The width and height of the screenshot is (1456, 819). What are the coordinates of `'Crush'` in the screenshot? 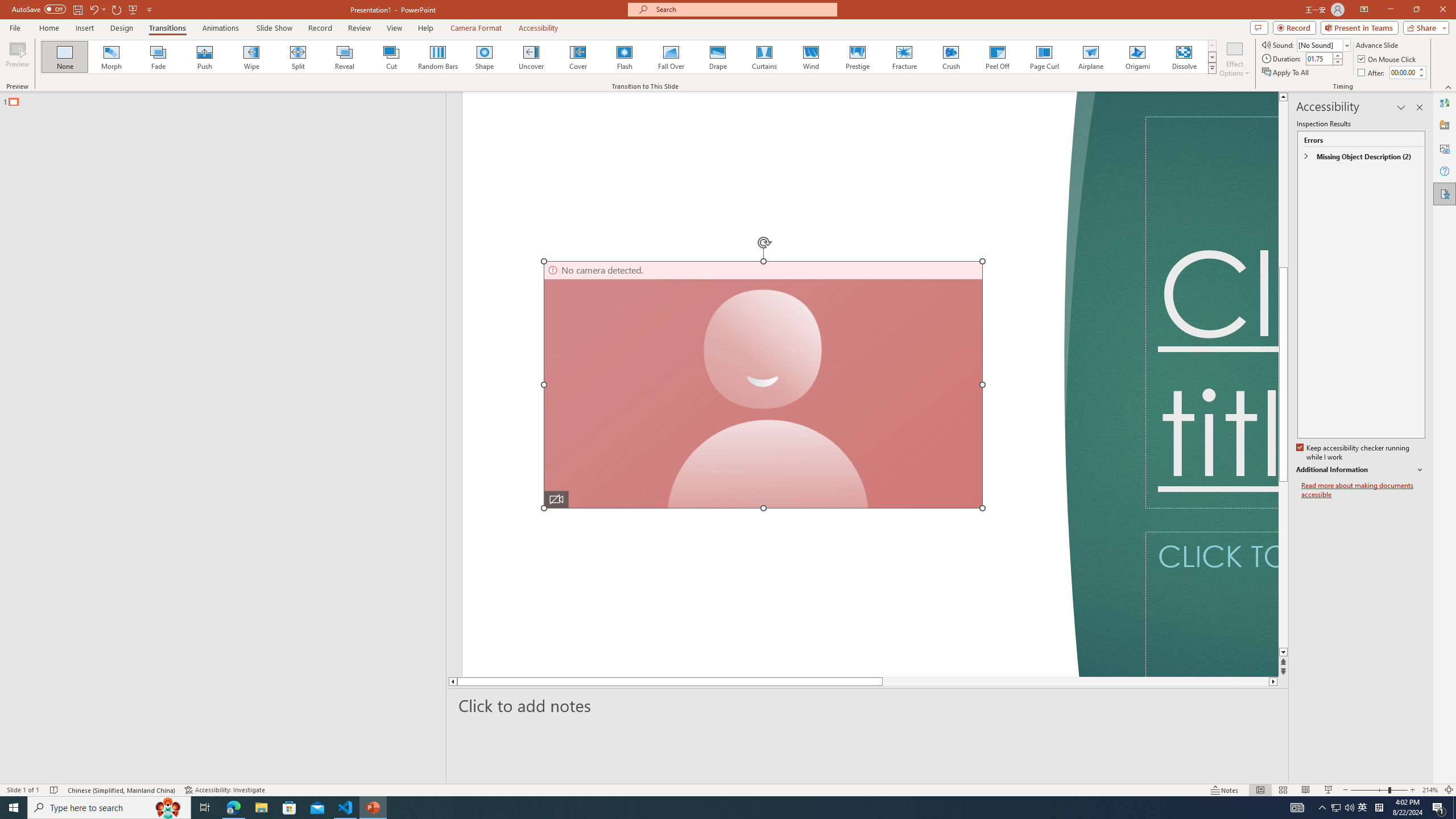 It's located at (950, 56).